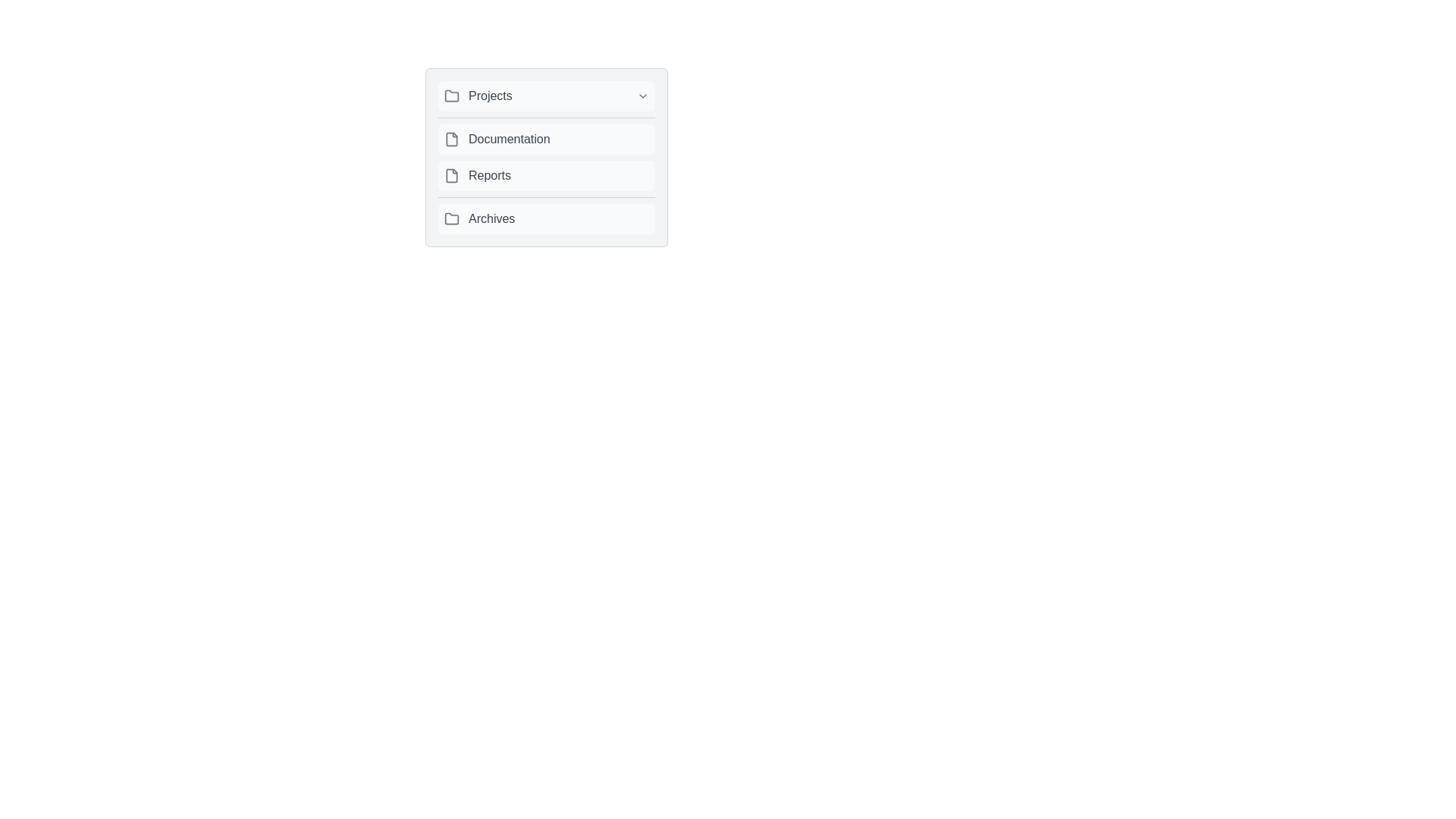 This screenshot has width=1456, height=819. I want to click on the 'Reports' text label, which is displayed in medium gray font and is part of a clickable block, located in the third row of a vertical list of options, so click(490, 174).